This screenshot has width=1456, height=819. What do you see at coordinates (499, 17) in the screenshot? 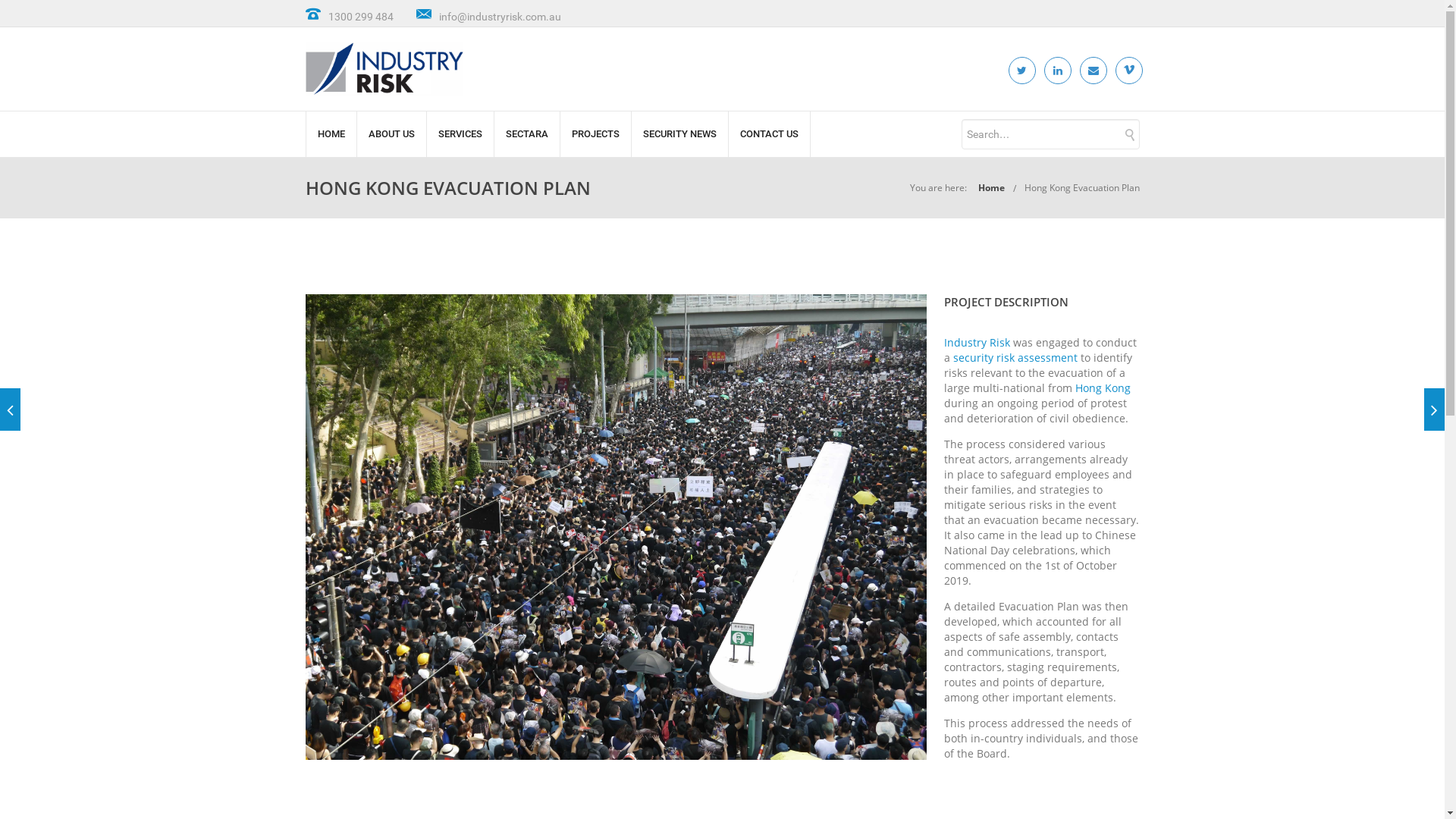
I see `'info@industryrisk.com.au'` at bounding box center [499, 17].